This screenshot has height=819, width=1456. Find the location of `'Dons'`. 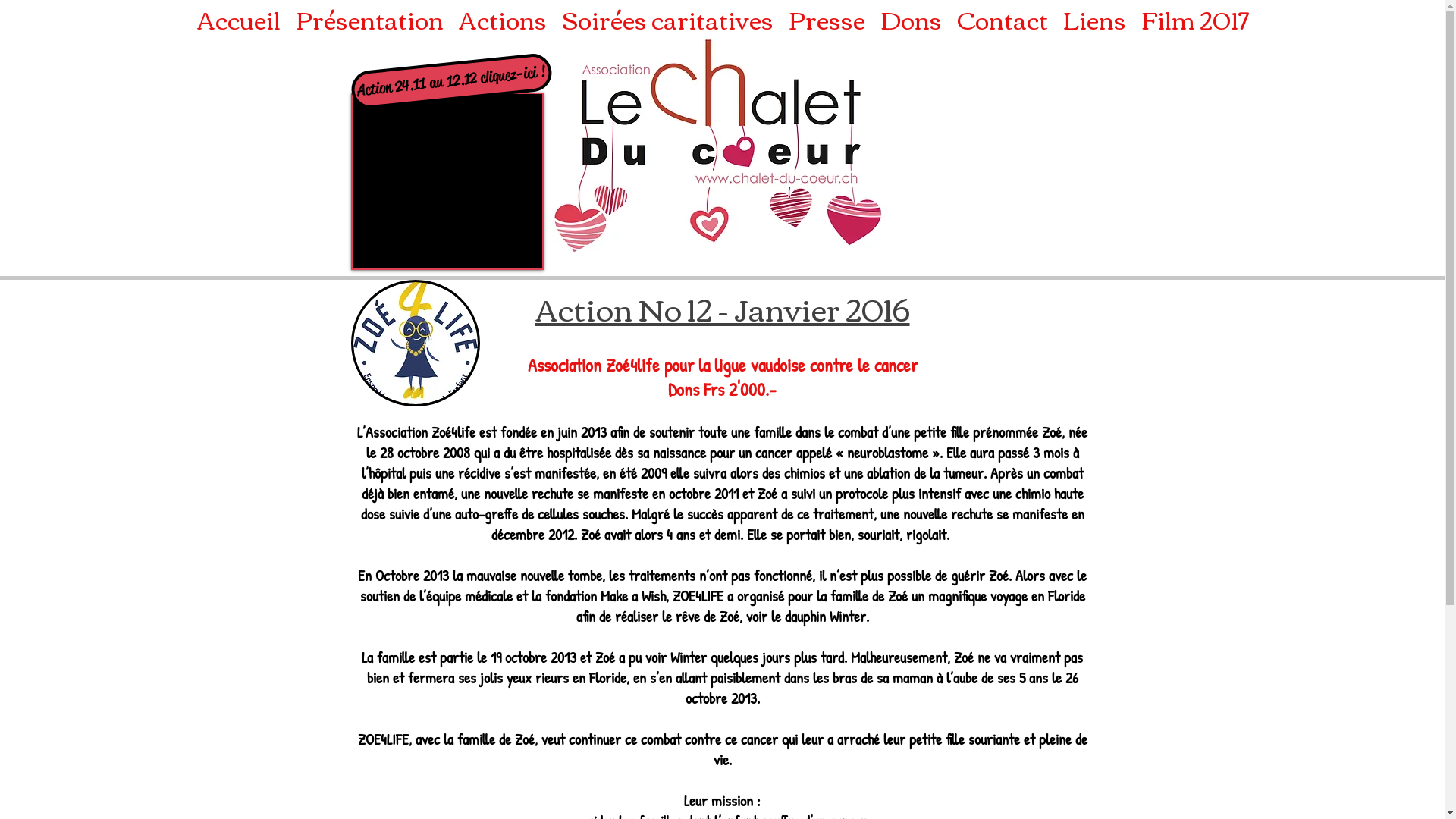

'Dons' is located at coordinates (872, 18).